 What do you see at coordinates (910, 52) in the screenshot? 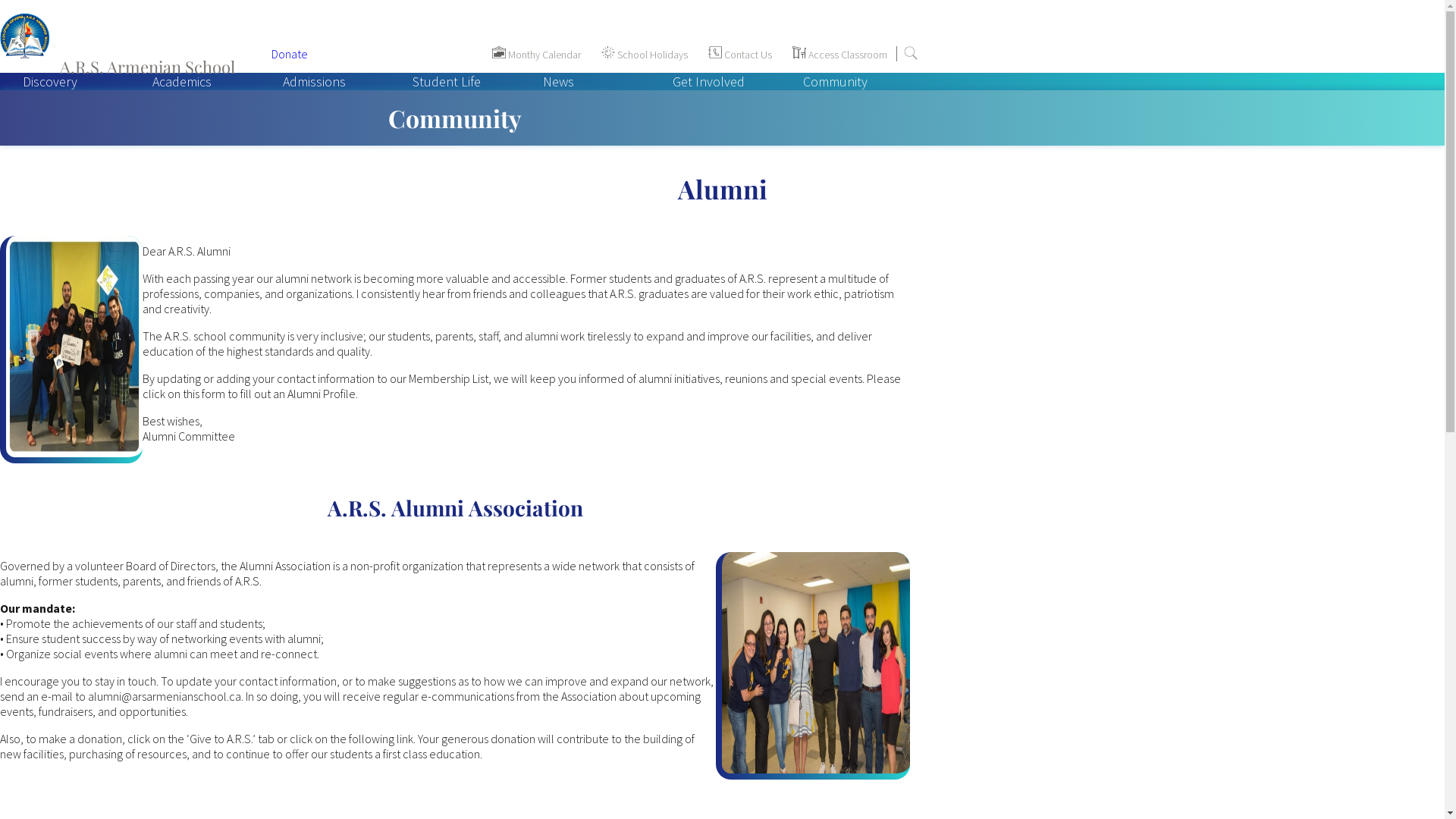
I see `'Rechercher'` at bounding box center [910, 52].